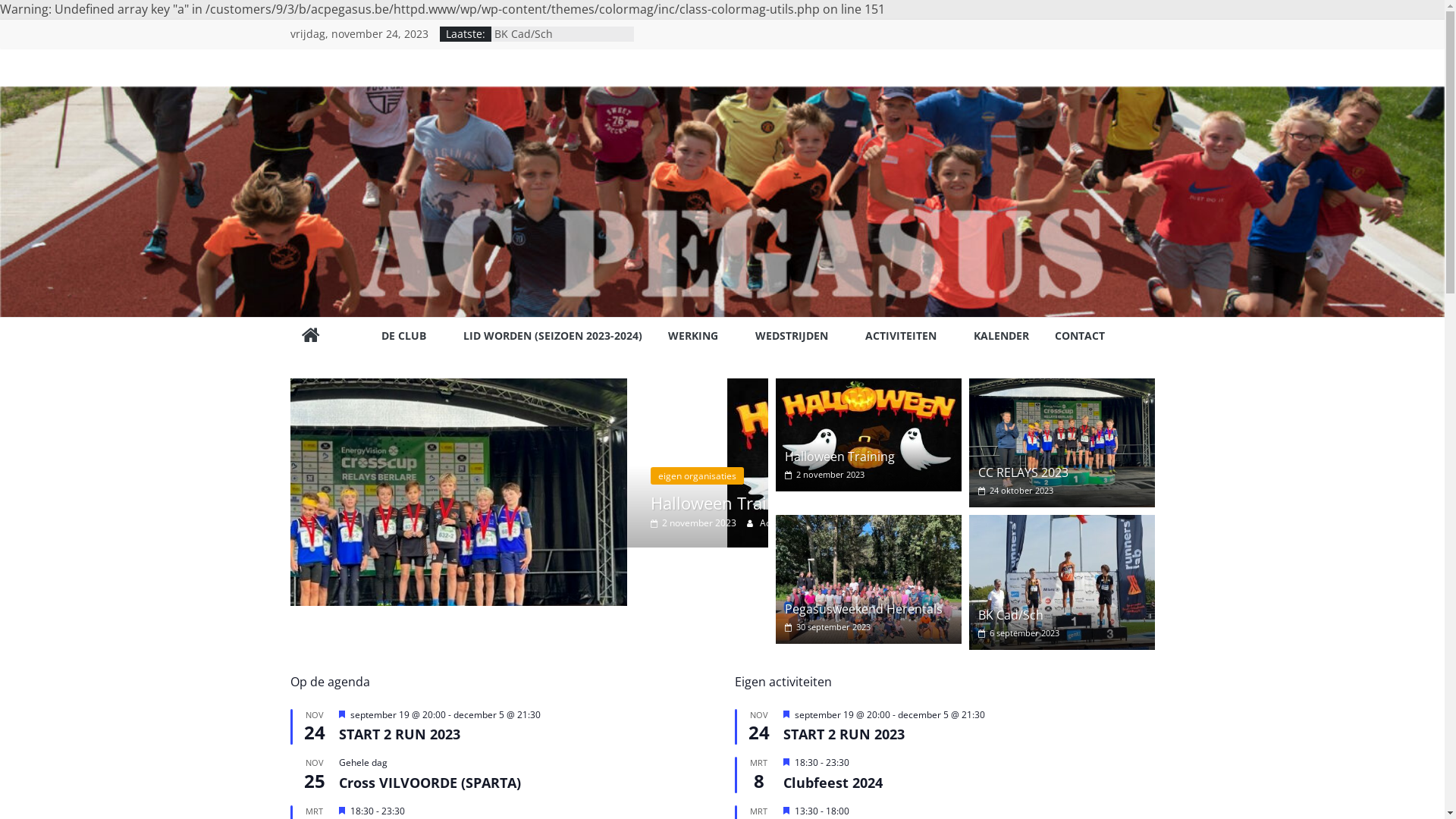 The width and height of the screenshot is (1456, 819). I want to click on 'ACTIVITEITEN', so click(864, 335).